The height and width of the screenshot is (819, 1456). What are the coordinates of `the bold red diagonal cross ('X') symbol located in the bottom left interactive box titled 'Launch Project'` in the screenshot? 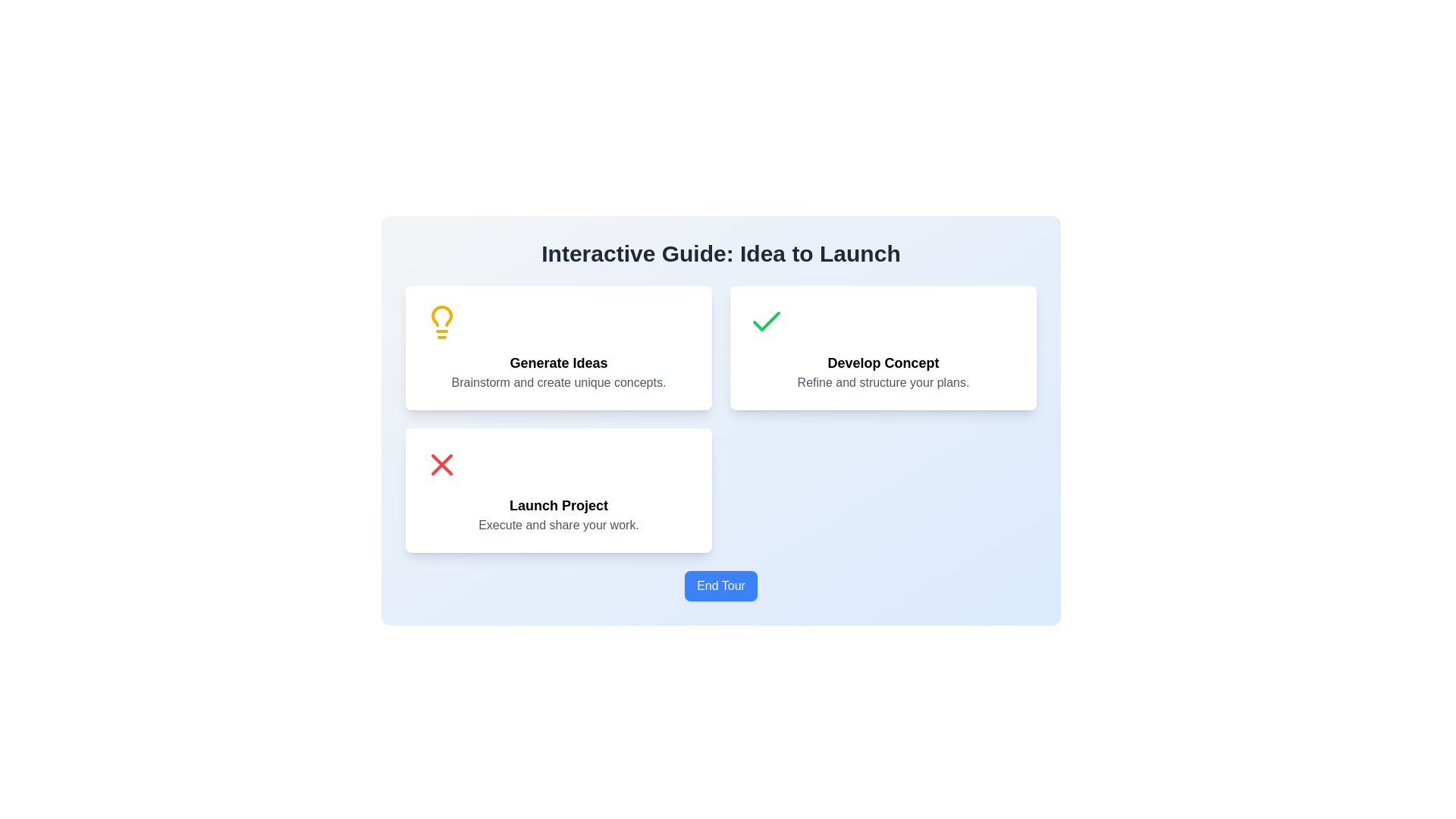 It's located at (441, 464).